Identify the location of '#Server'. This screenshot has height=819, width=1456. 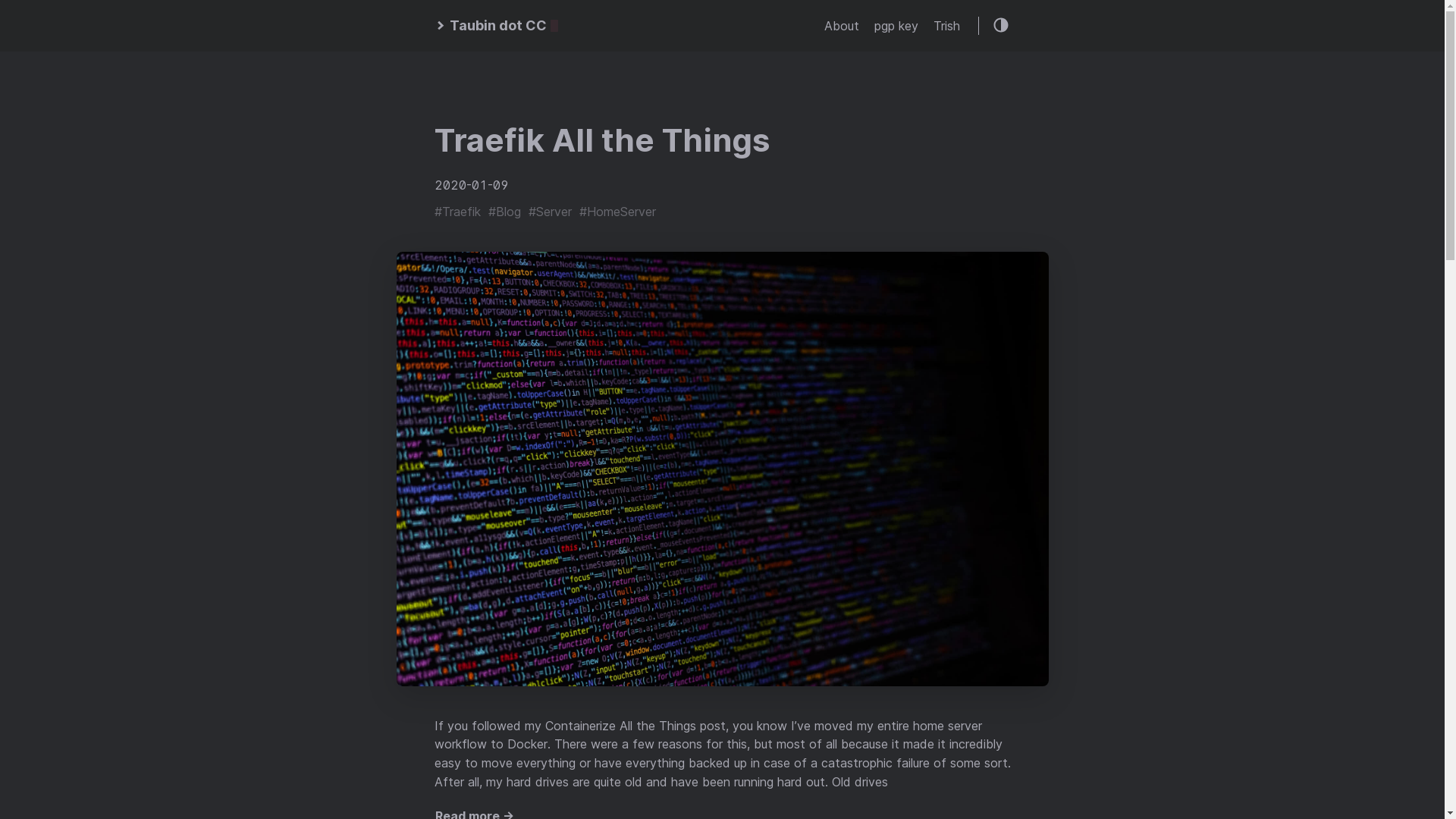
(548, 211).